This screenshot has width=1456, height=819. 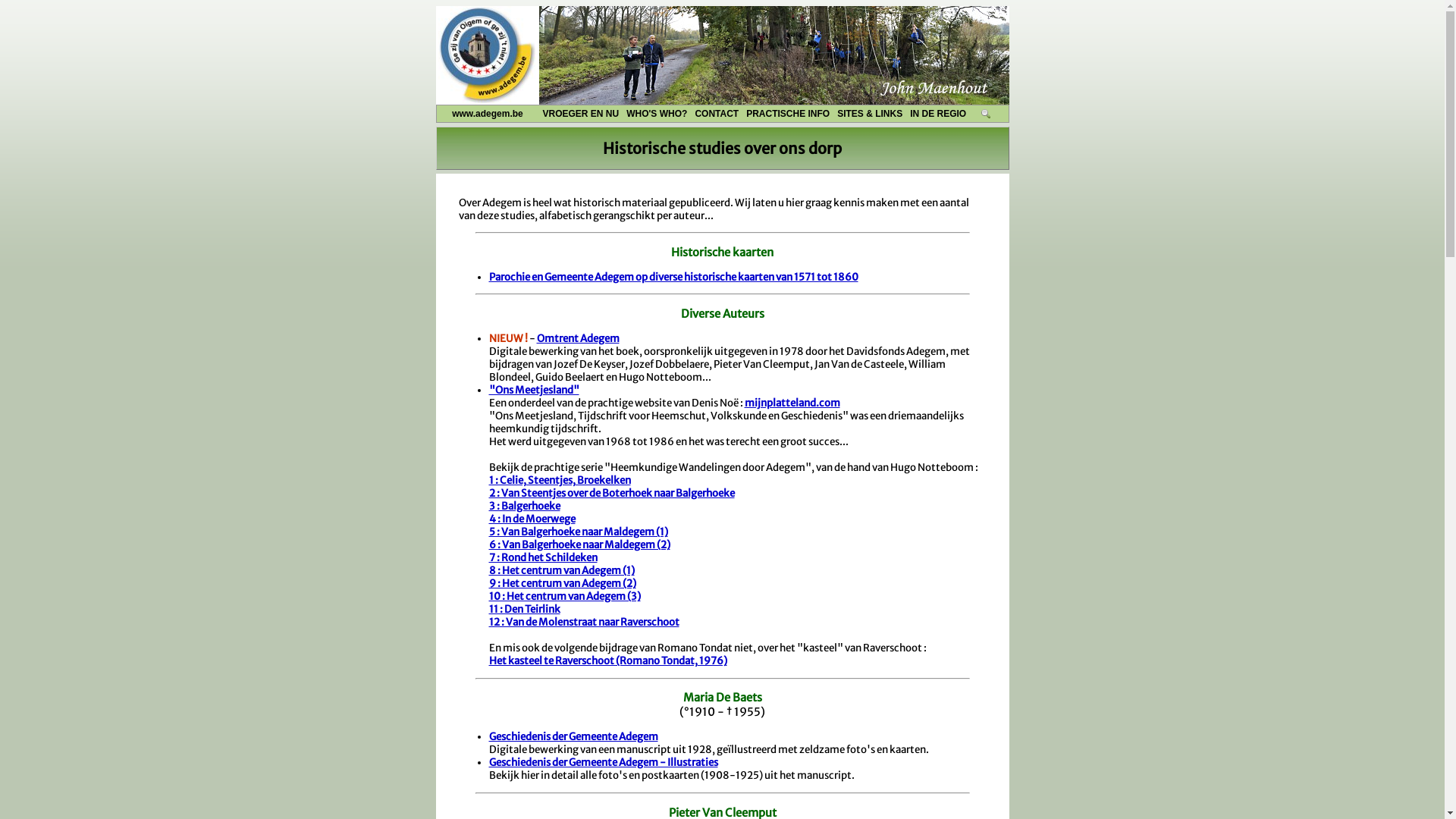 I want to click on 'IN DE REGIO', so click(x=937, y=113).